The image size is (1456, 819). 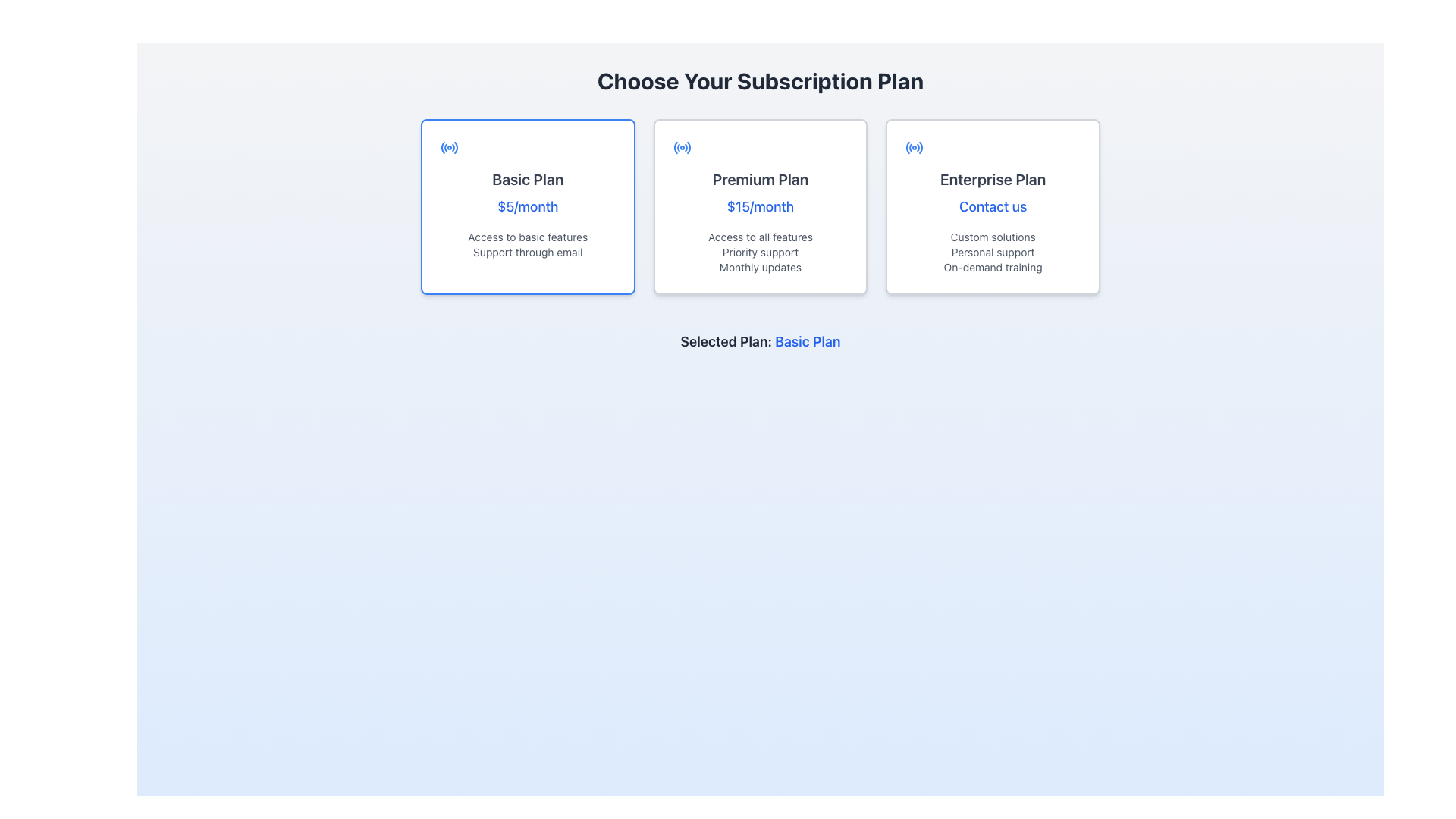 What do you see at coordinates (528, 251) in the screenshot?
I see `the text element displaying 'Support through email' located within the 'Basic Plan' card under the subscription options section` at bounding box center [528, 251].